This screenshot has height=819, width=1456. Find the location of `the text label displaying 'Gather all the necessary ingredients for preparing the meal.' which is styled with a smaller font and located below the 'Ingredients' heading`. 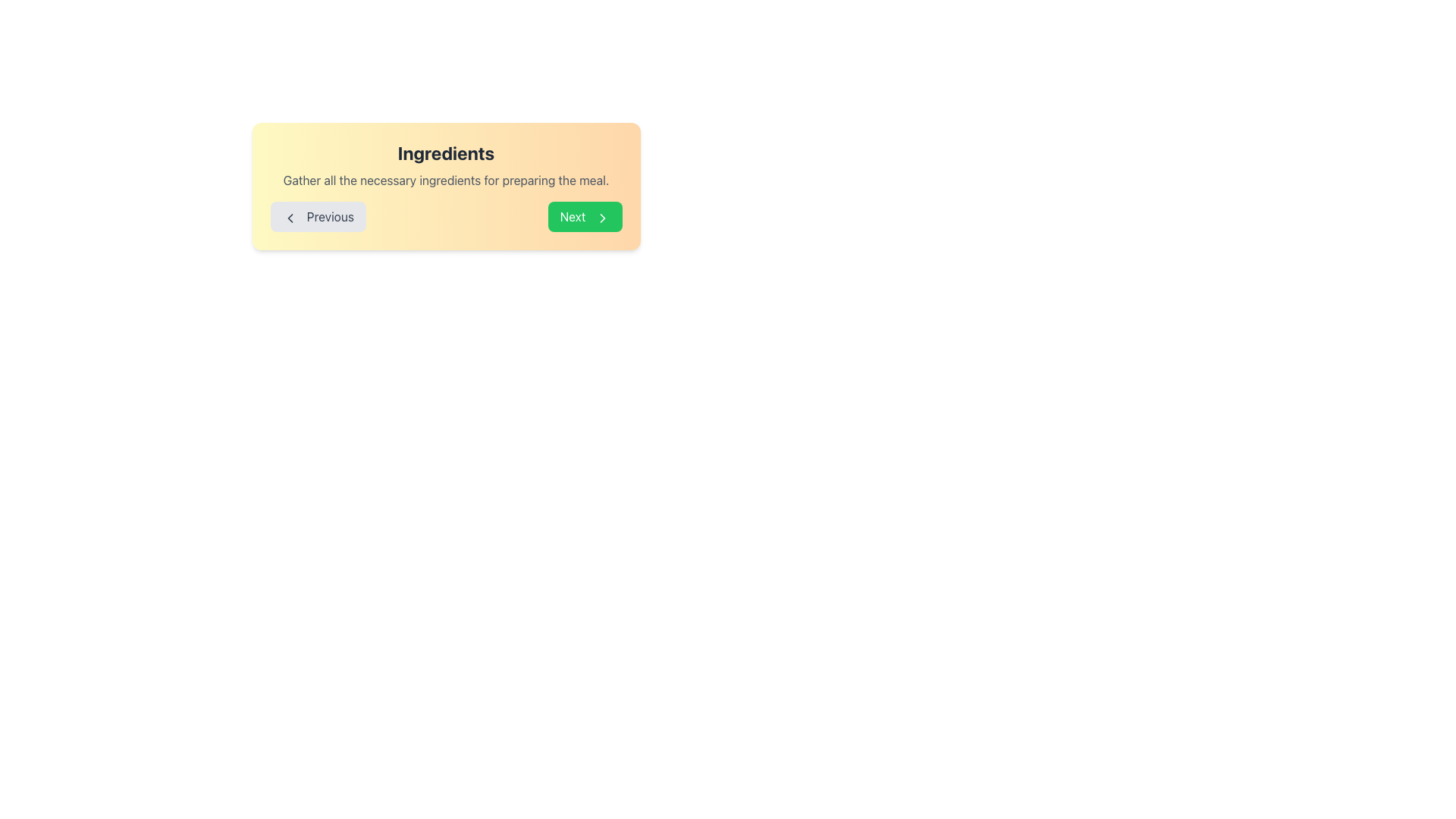

the text label displaying 'Gather all the necessary ingredients for preparing the meal.' which is styled with a smaller font and located below the 'Ingredients' heading is located at coordinates (445, 180).